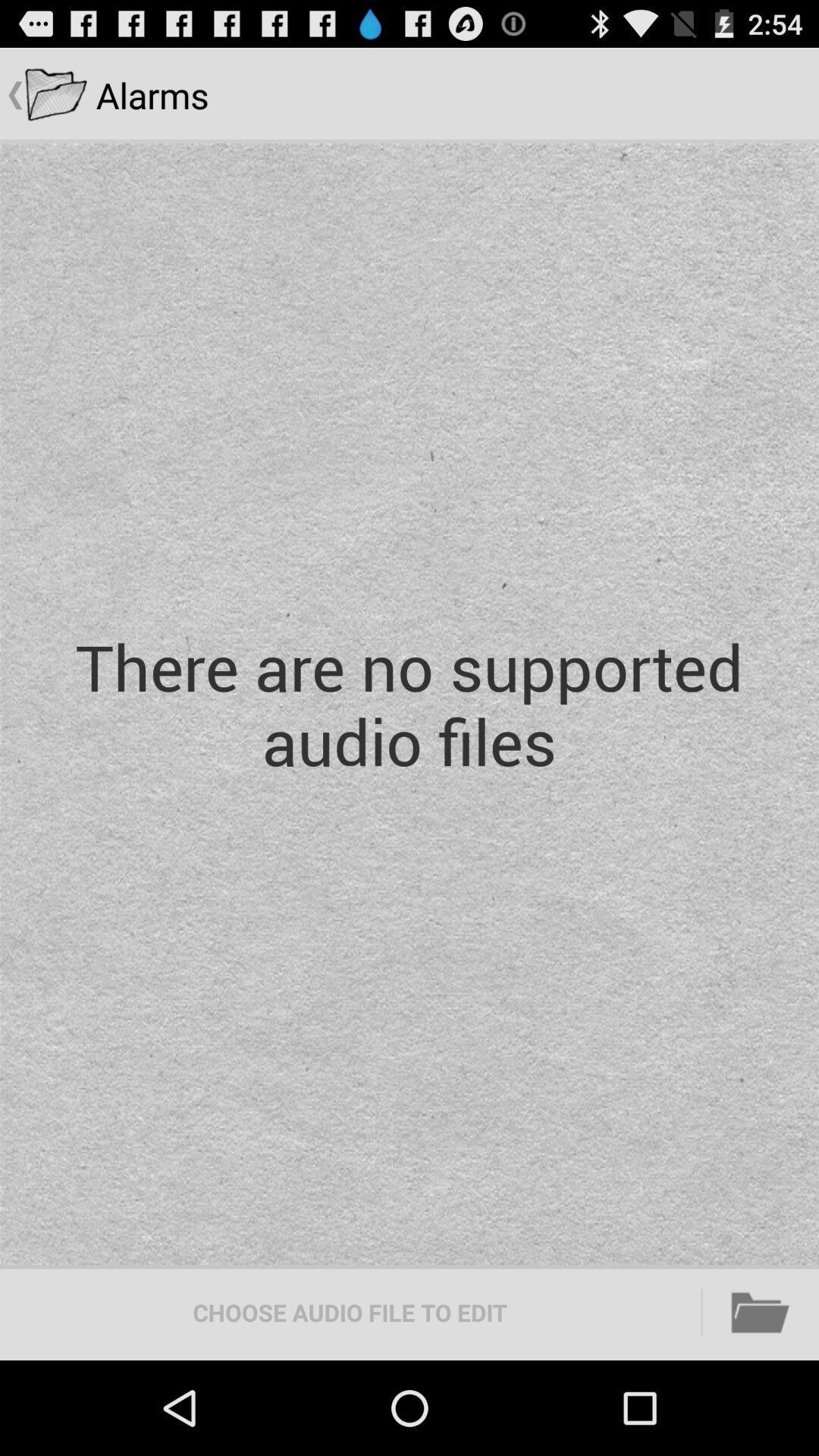 This screenshot has width=819, height=1456. Describe the element at coordinates (761, 1312) in the screenshot. I see `the item at the bottom right corner` at that location.